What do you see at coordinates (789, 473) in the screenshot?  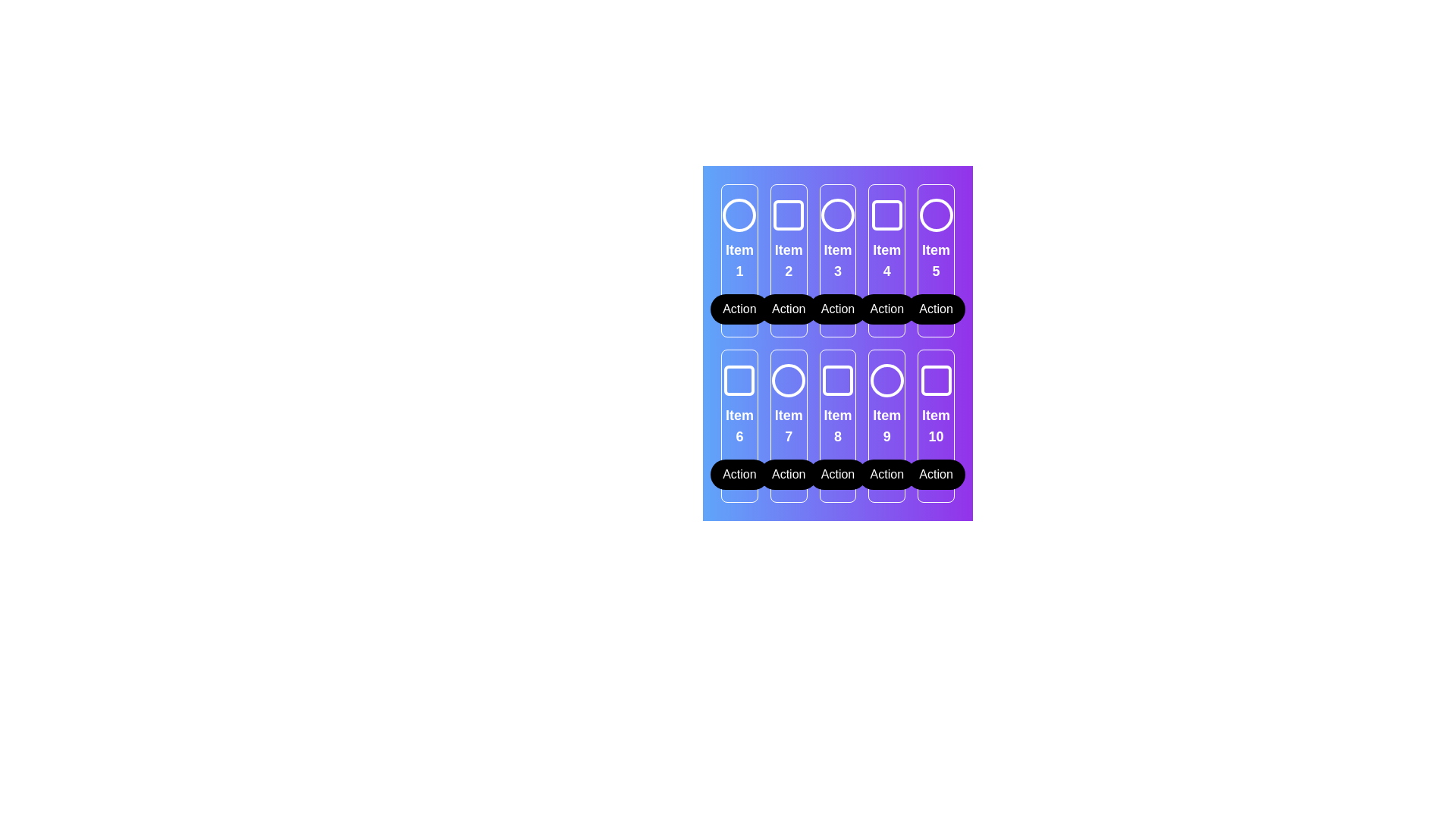 I see `the rounded-pill button labeled 'Action' with a black background located within the card labeled 'Item 7', positioned directly below the label, to change its background color to gray` at bounding box center [789, 473].